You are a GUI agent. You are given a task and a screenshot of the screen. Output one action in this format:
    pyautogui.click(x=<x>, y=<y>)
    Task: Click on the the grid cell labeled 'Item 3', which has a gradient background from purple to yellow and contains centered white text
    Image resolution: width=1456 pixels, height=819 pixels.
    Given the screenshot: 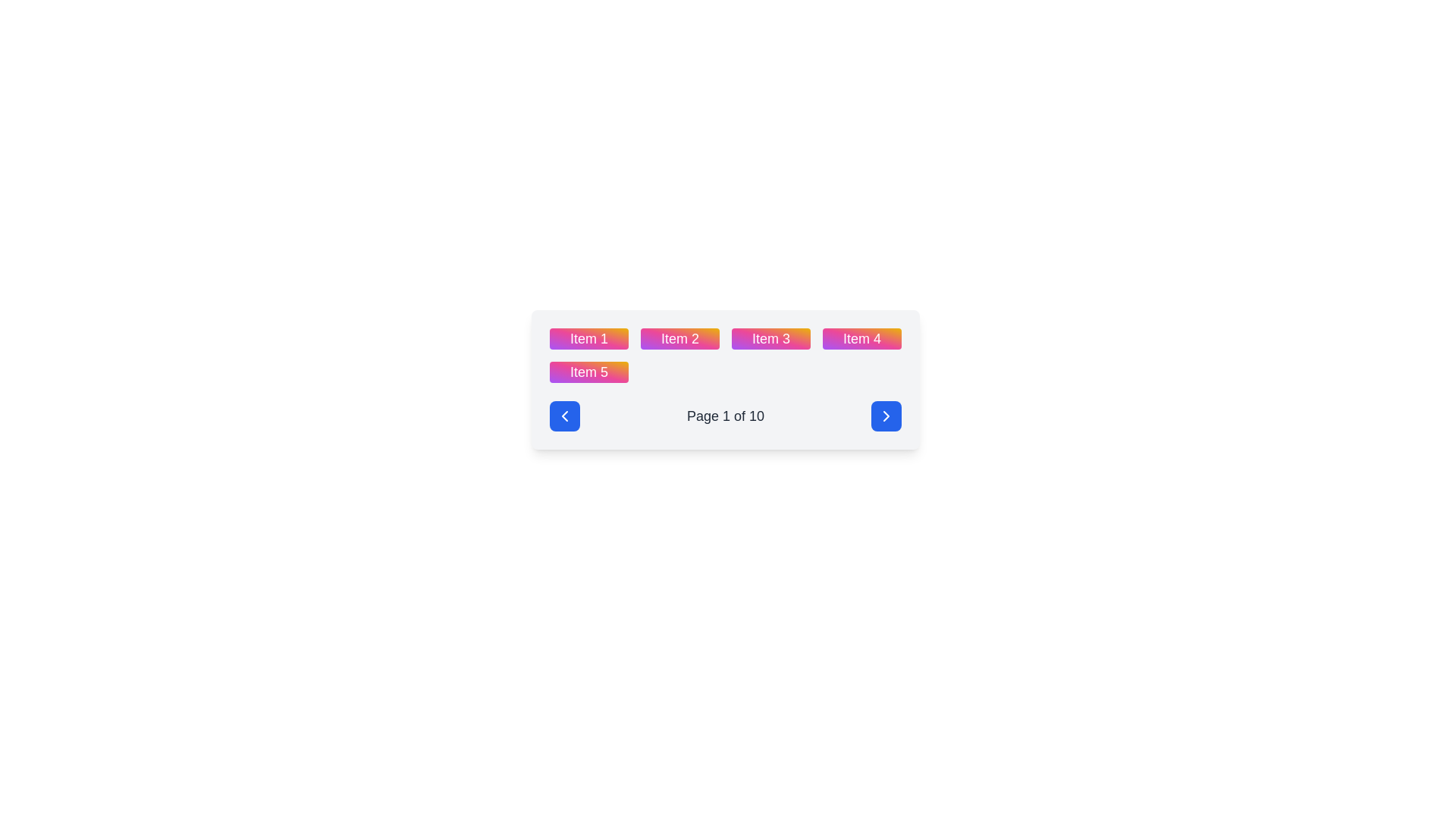 What is the action you would take?
    pyautogui.click(x=771, y=338)
    